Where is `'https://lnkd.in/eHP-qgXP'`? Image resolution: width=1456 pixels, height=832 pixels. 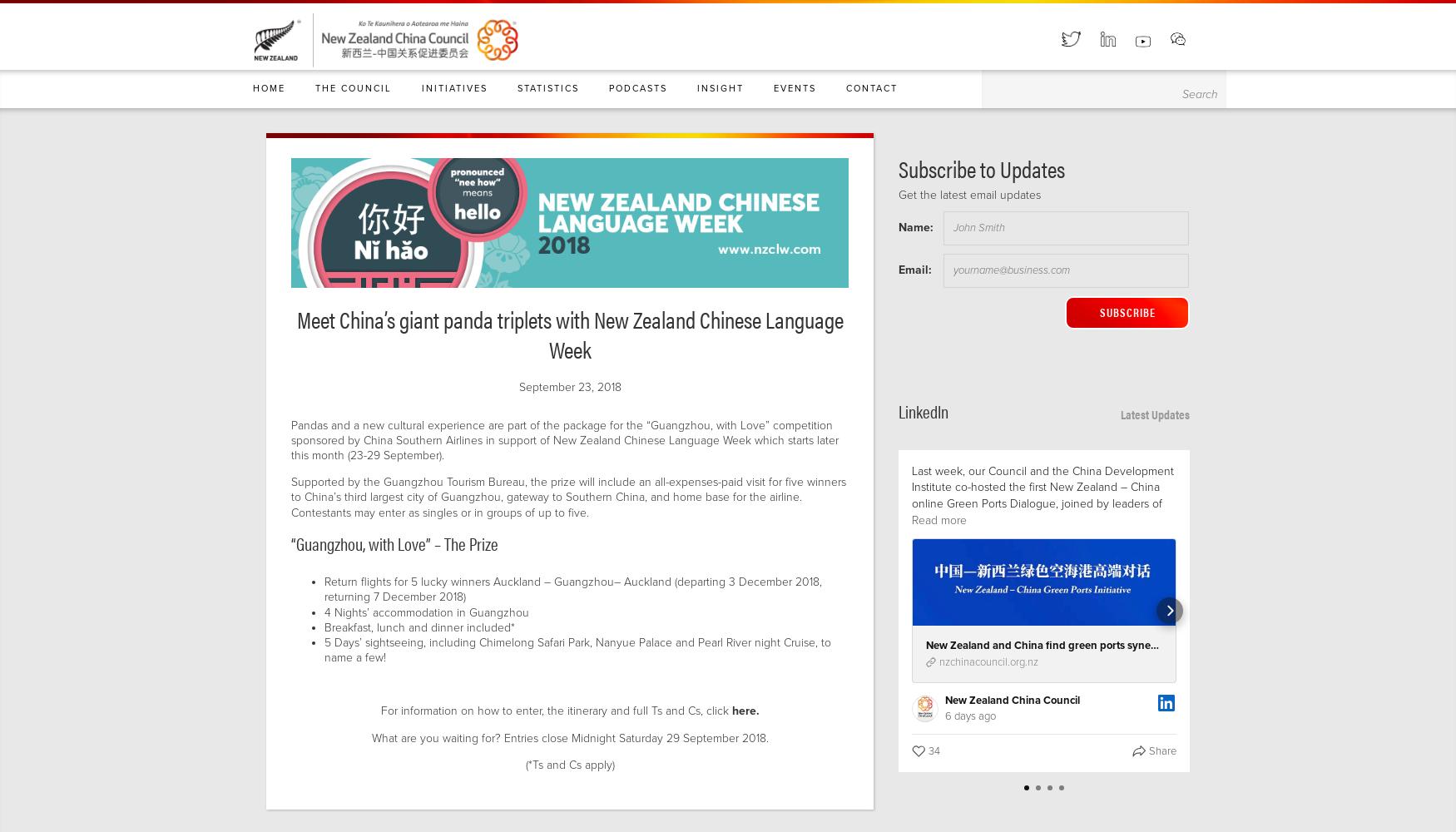
'https://lnkd.in/eHP-qgXP' is located at coordinates (999, 568).